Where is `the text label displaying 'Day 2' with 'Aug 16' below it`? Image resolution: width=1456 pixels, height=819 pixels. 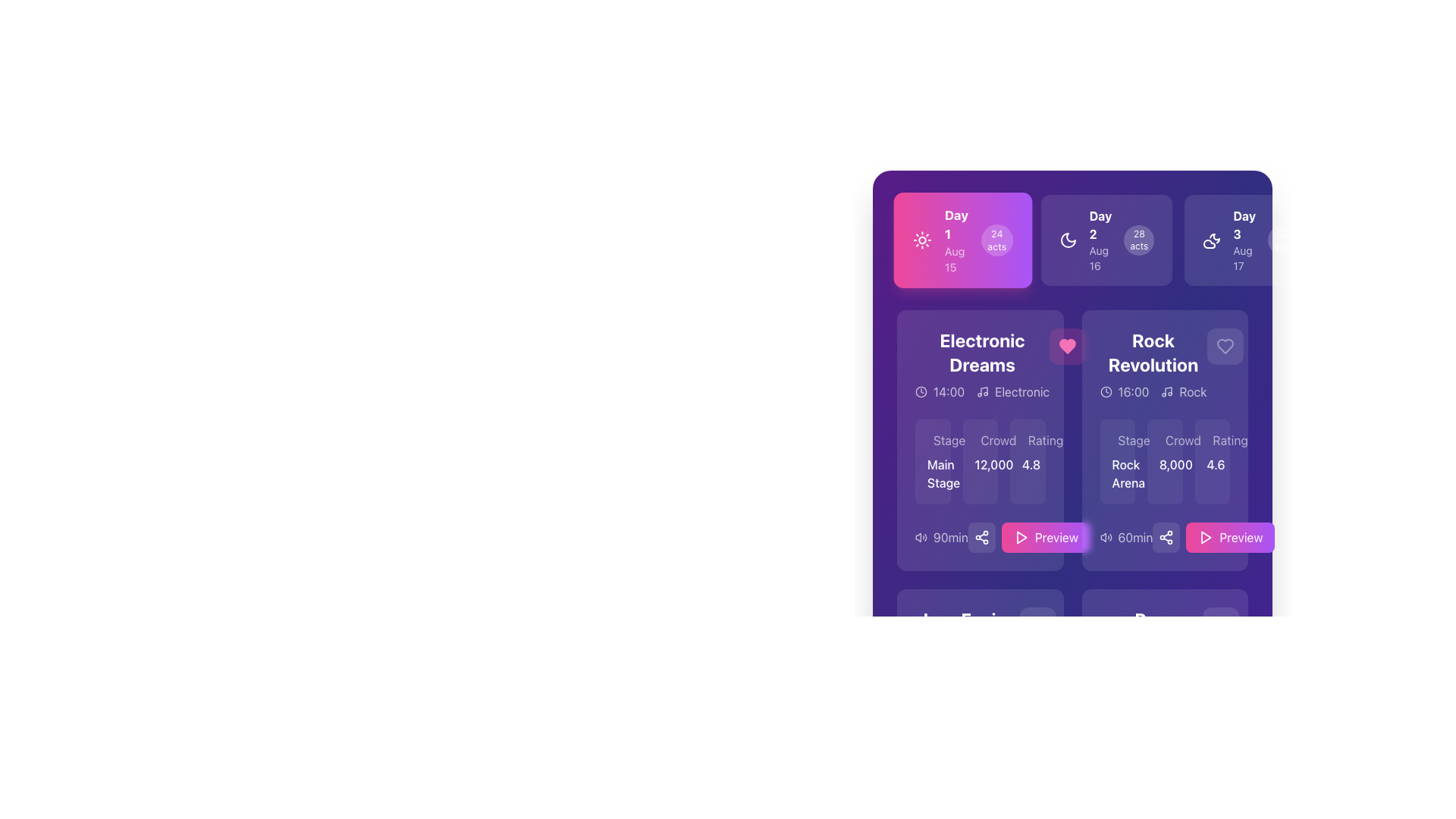 the text label displaying 'Day 2' with 'Aug 16' below it is located at coordinates (1100, 239).